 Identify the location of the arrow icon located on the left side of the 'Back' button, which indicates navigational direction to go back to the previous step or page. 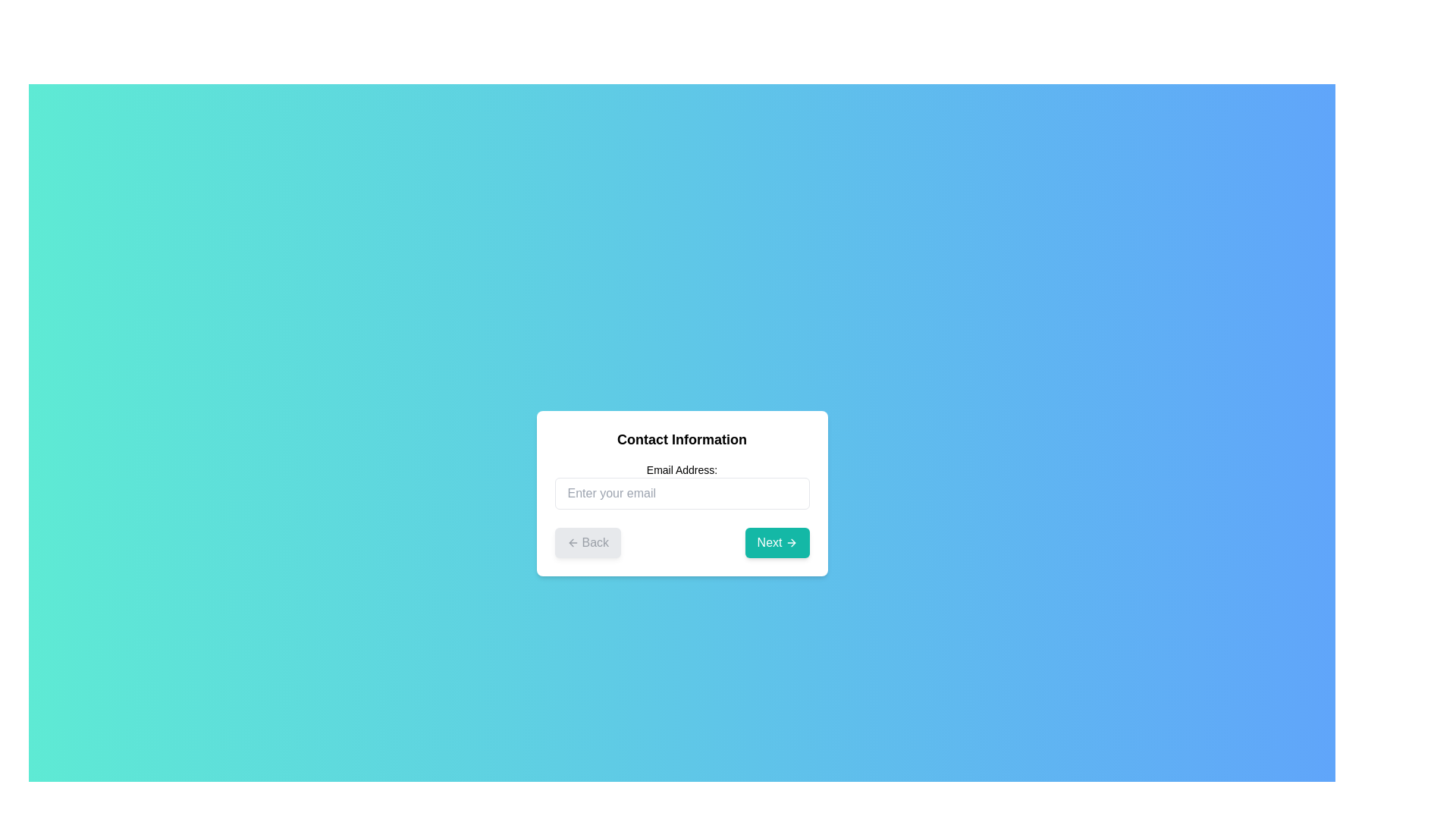
(572, 542).